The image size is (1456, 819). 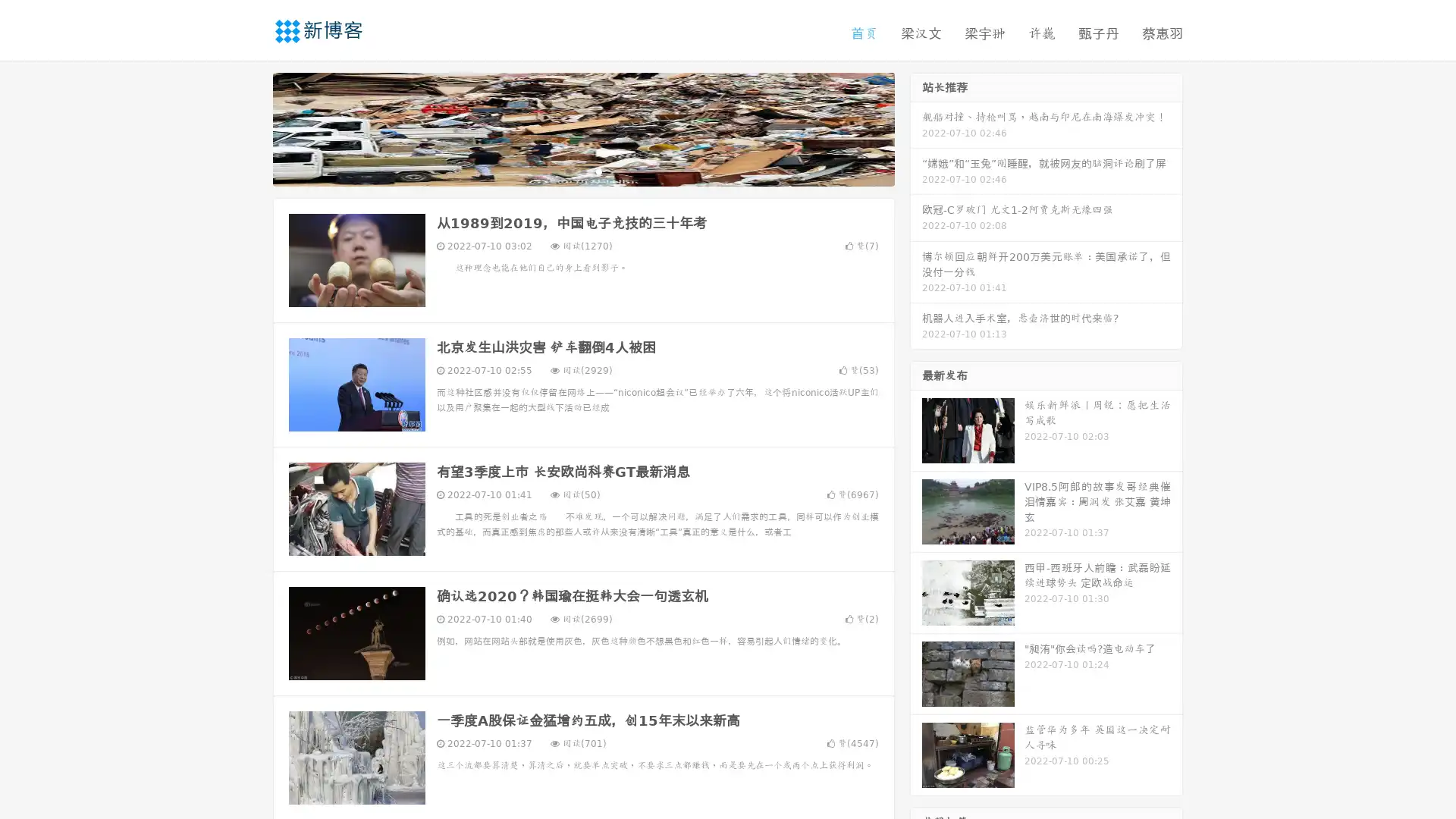 What do you see at coordinates (582, 171) in the screenshot?
I see `Go to slide 2` at bounding box center [582, 171].